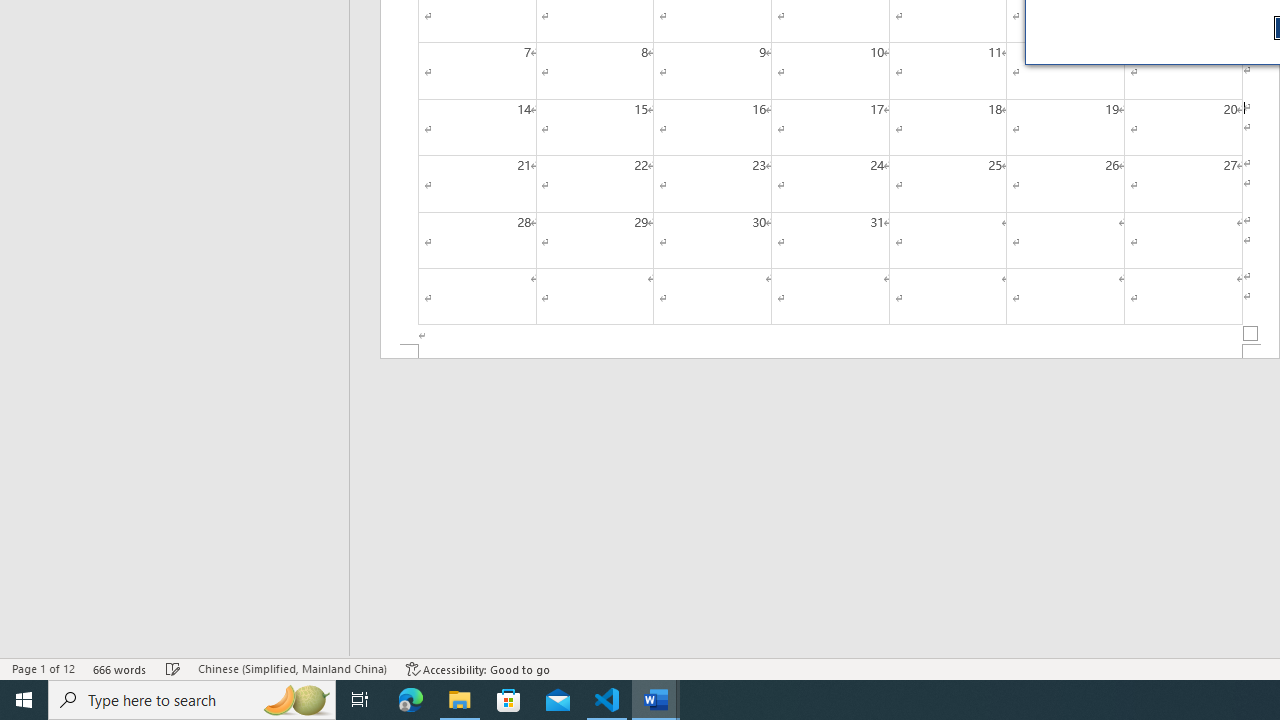 The image size is (1280, 720). What do you see at coordinates (291, 669) in the screenshot?
I see `'Language Chinese (Simplified, Mainland China)'` at bounding box center [291, 669].